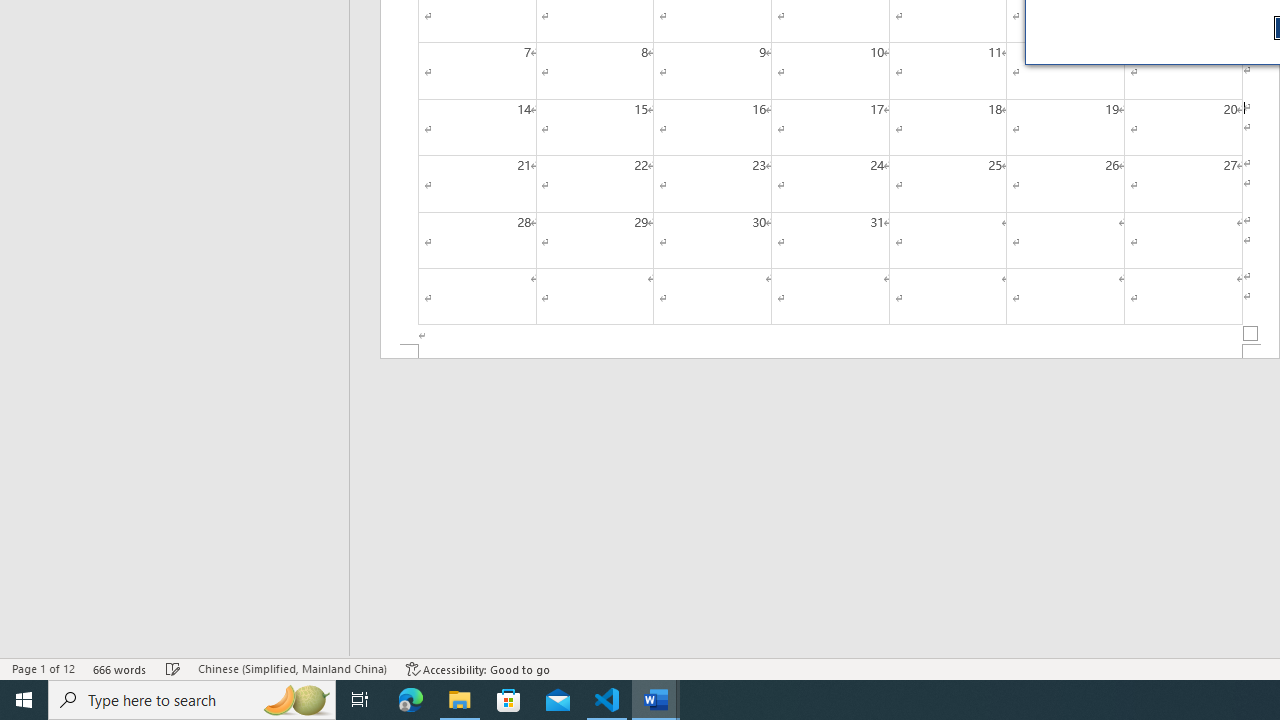 The image size is (1280, 720). What do you see at coordinates (291, 669) in the screenshot?
I see `'Language Chinese (Simplified, Mainland China)'` at bounding box center [291, 669].